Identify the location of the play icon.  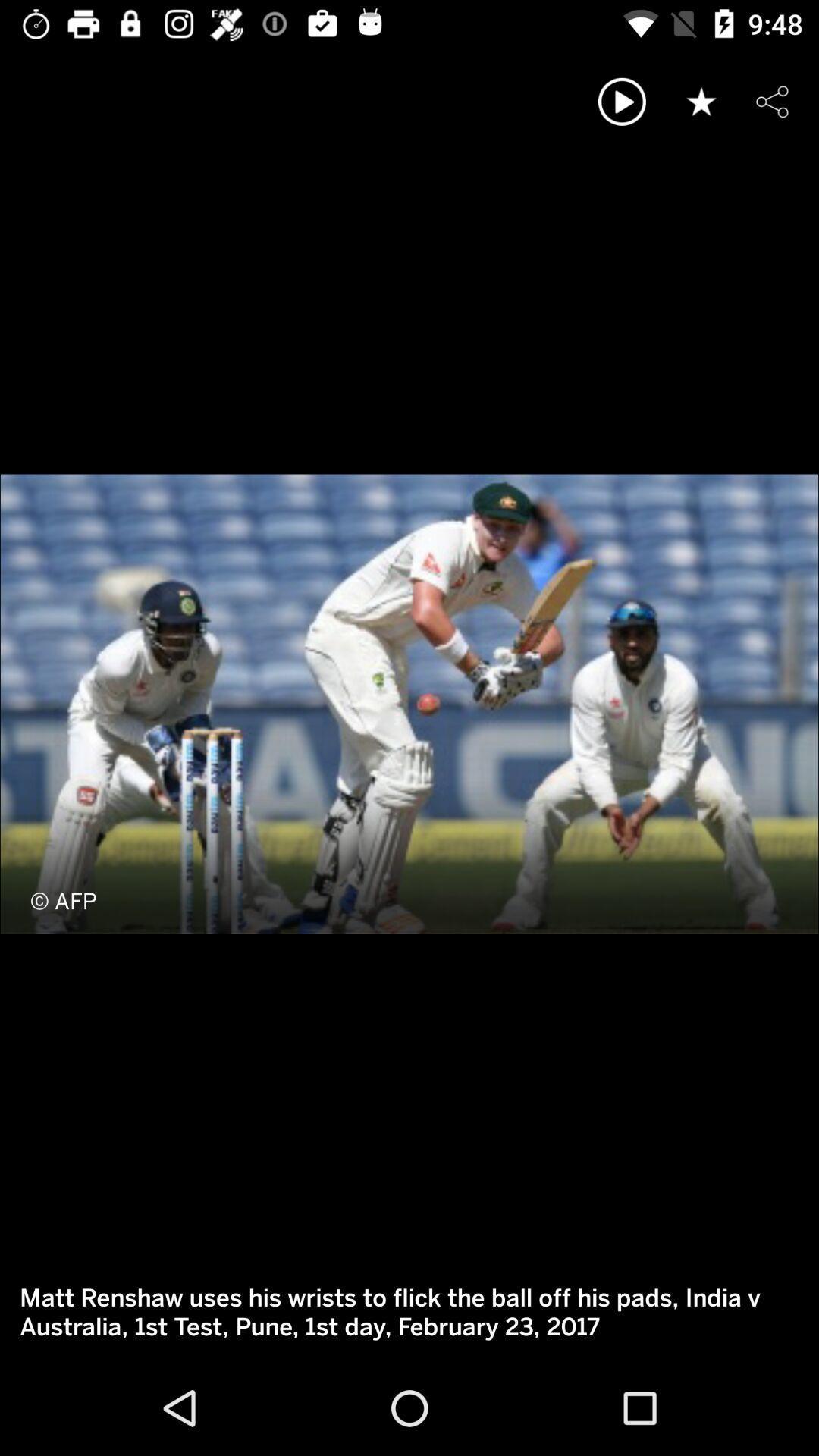
(622, 101).